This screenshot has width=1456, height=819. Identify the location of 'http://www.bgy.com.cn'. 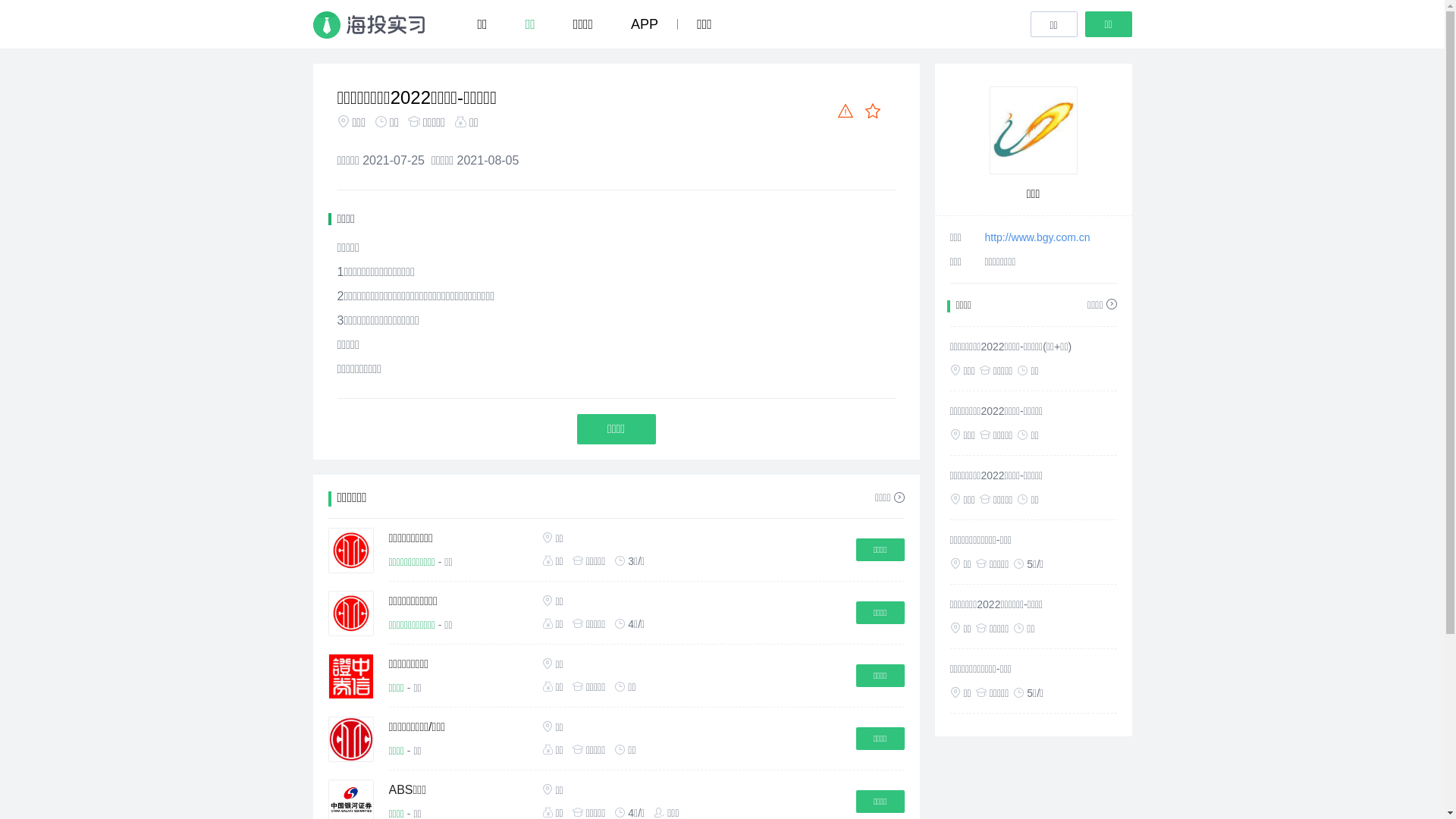
(1036, 237).